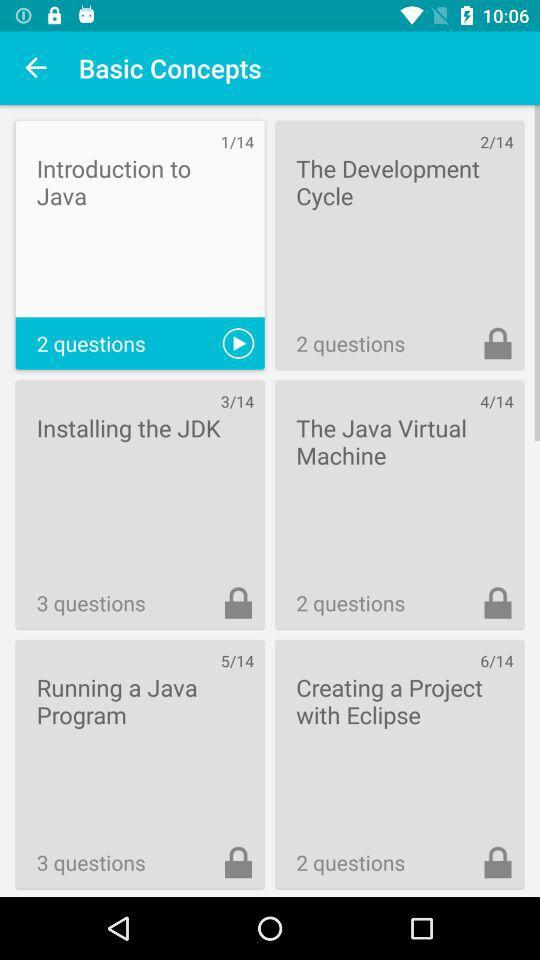 The width and height of the screenshot is (540, 960). What do you see at coordinates (36, 68) in the screenshot?
I see `icon next to basic concepts` at bounding box center [36, 68].